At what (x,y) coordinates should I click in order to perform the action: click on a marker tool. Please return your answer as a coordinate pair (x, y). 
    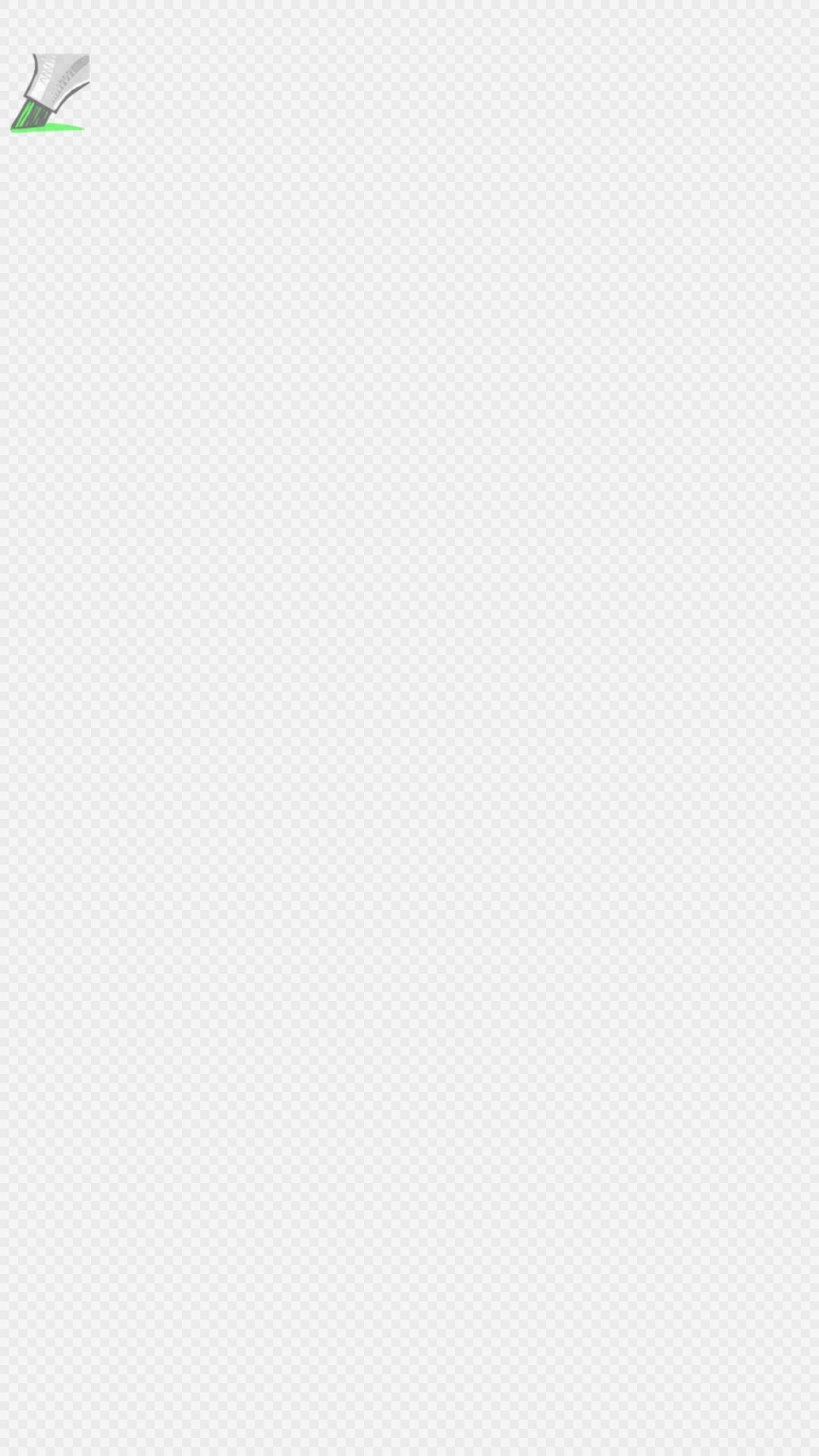
    Looking at the image, I should click on (46, 94).